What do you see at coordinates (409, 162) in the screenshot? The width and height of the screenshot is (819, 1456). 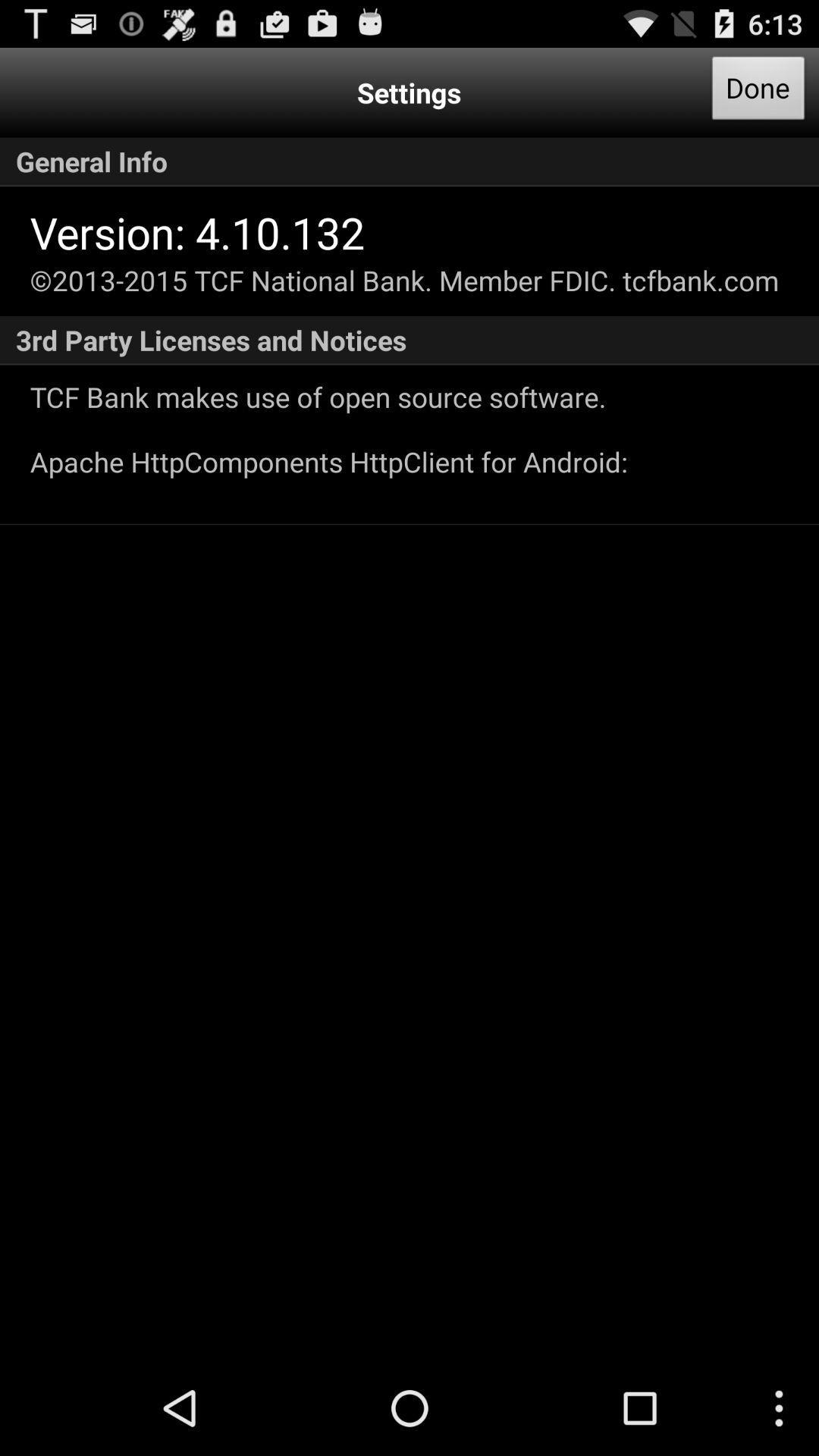 I see `the general info app` at bounding box center [409, 162].